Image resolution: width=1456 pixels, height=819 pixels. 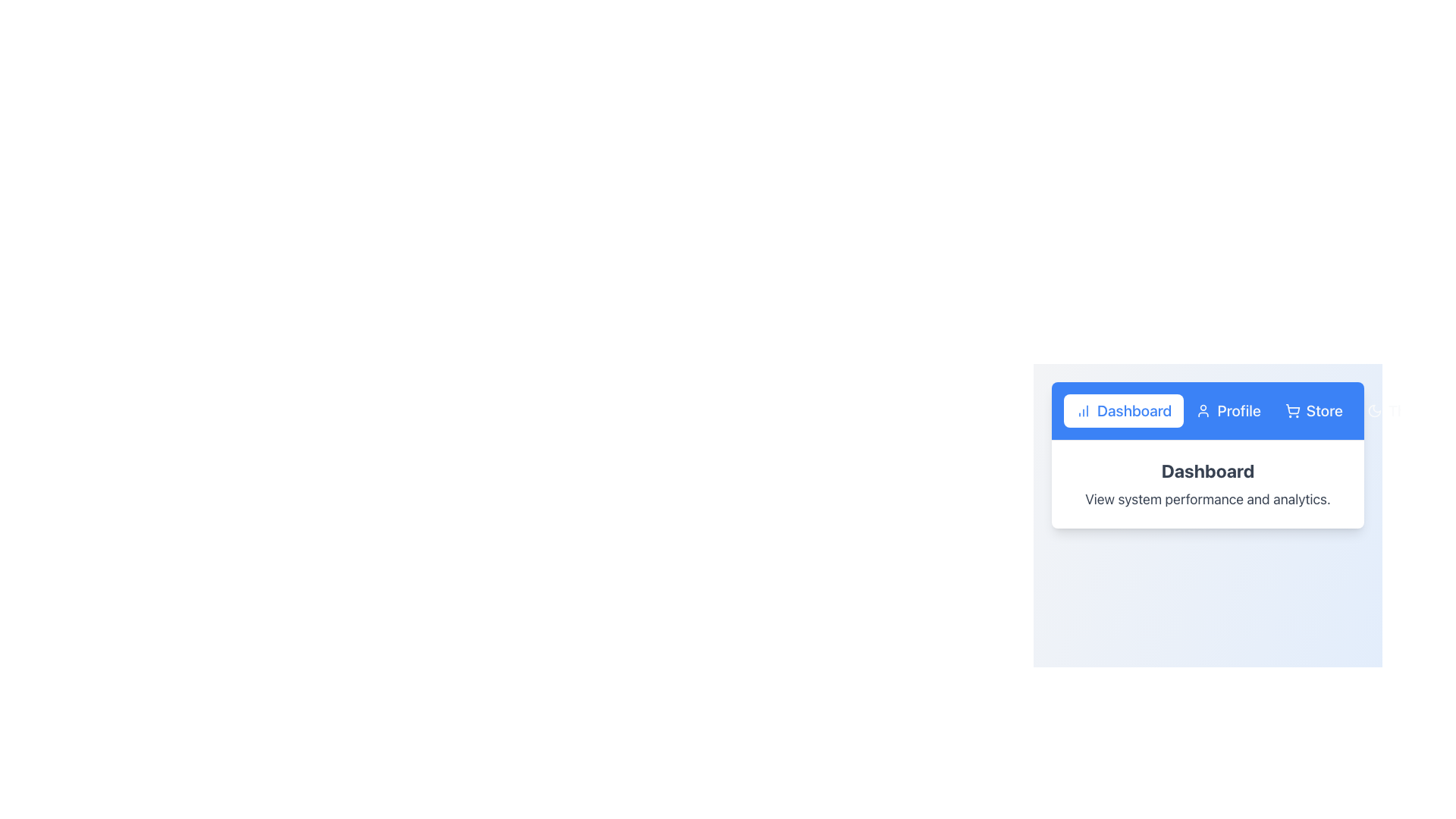 What do you see at coordinates (1083, 411) in the screenshot?
I see `the blue rectangular button containing the column chart icon, located to the left of the 'Dashboard' text` at bounding box center [1083, 411].